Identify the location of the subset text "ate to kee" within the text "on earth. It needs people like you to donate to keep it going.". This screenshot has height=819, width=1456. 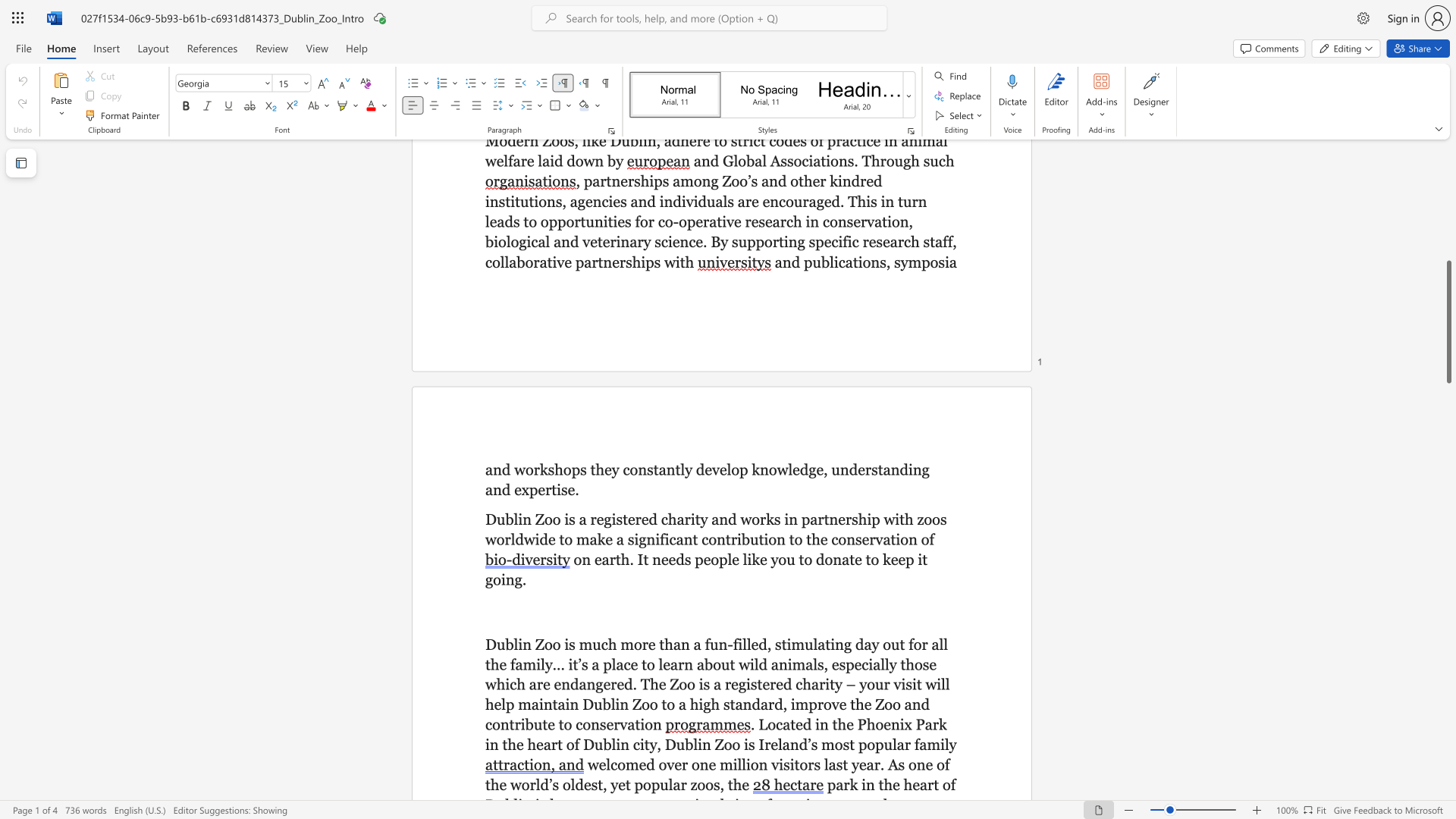
(841, 560).